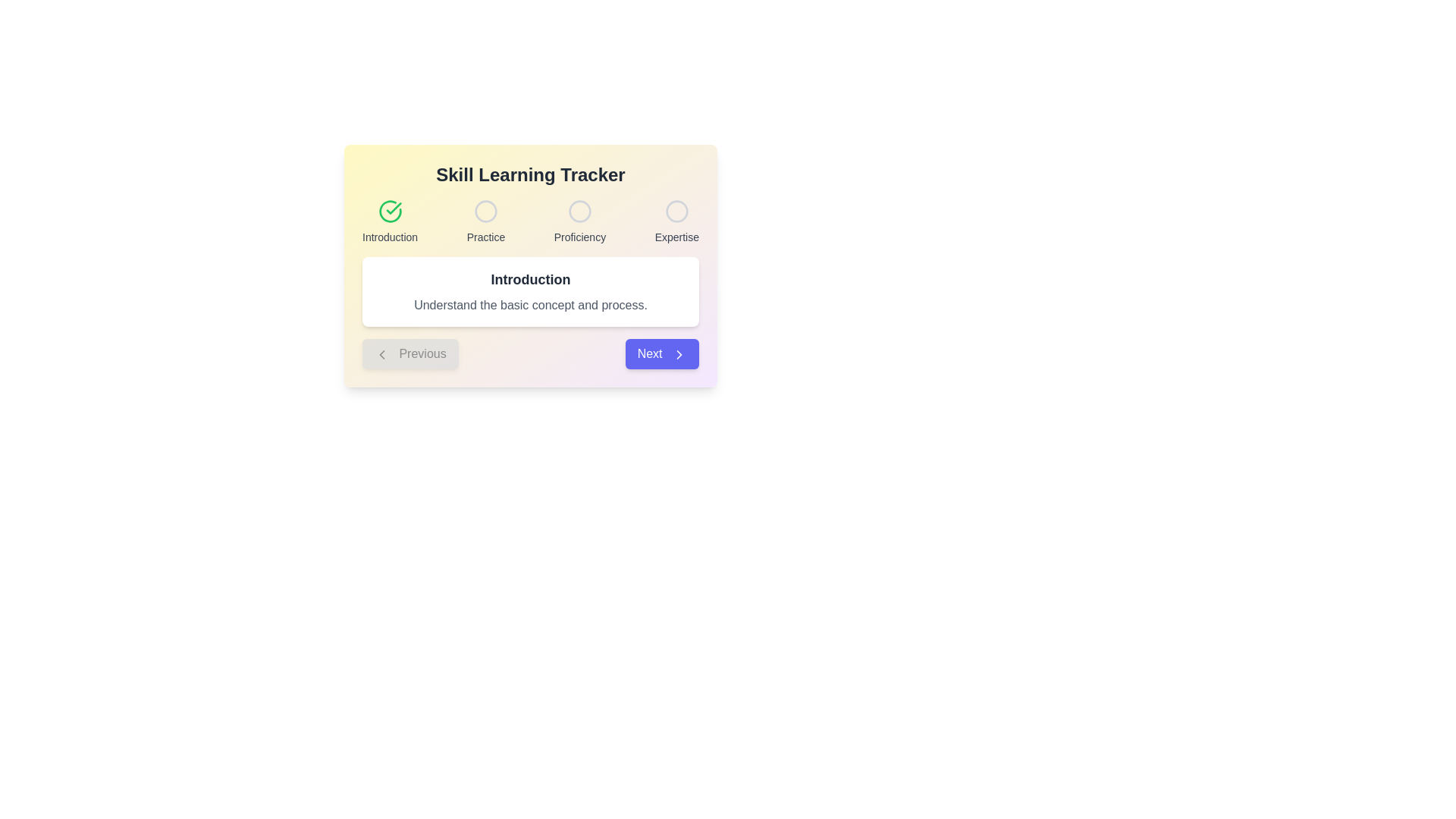 Image resolution: width=1456 pixels, height=819 pixels. Describe the element at coordinates (579, 237) in the screenshot. I see `the 'Proficiency' text label located below the third circular icon in the Skill Learning Tracker modal interface` at that location.